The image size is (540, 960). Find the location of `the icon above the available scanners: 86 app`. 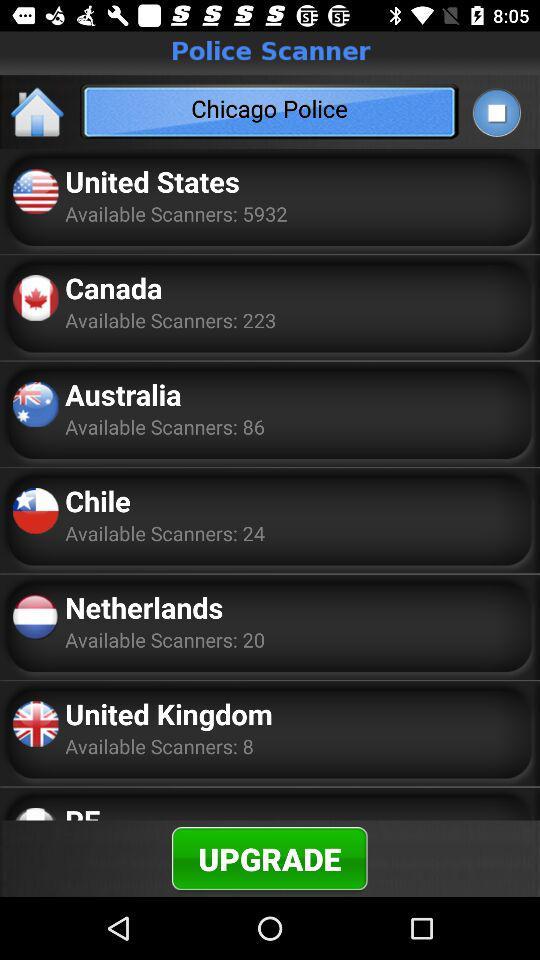

the icon above the available scanners: 86 app is located at coordinates (123, 393).